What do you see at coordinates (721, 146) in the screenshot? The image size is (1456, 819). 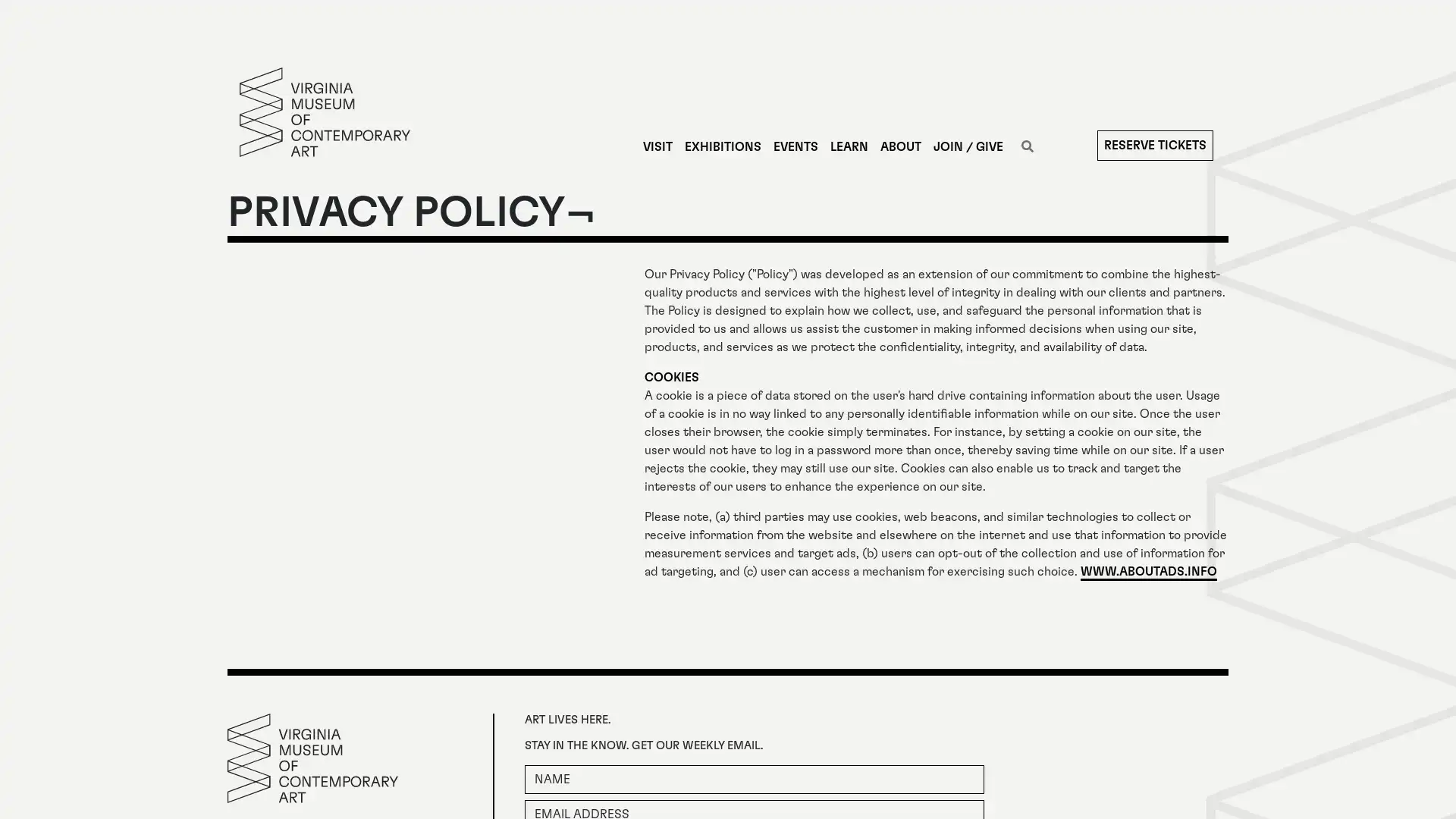 I see `EXHIBITIONS` at bounding box center [721, 146].